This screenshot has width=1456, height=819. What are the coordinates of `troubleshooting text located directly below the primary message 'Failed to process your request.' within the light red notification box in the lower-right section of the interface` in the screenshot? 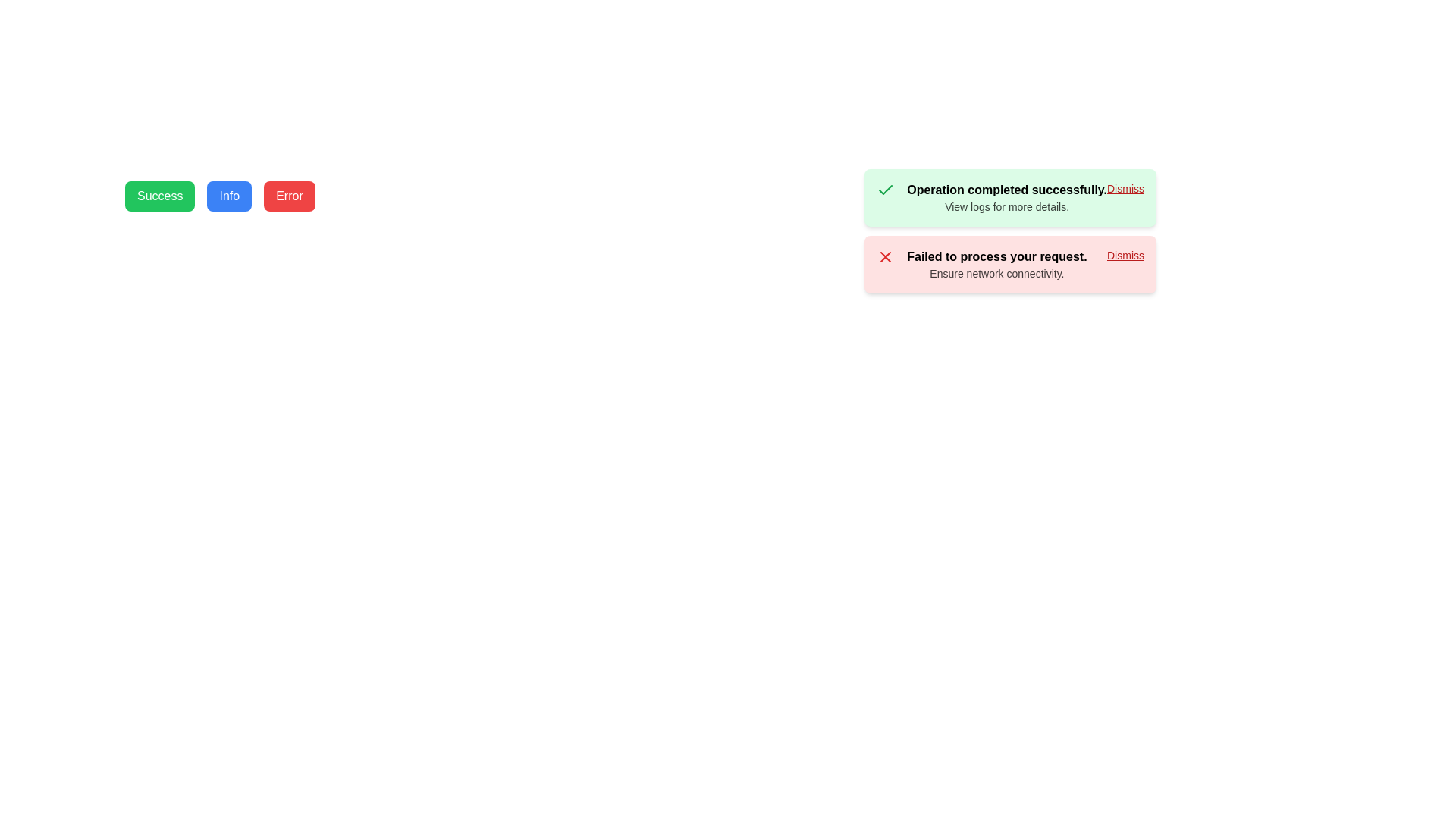 It's located at (997, 274).